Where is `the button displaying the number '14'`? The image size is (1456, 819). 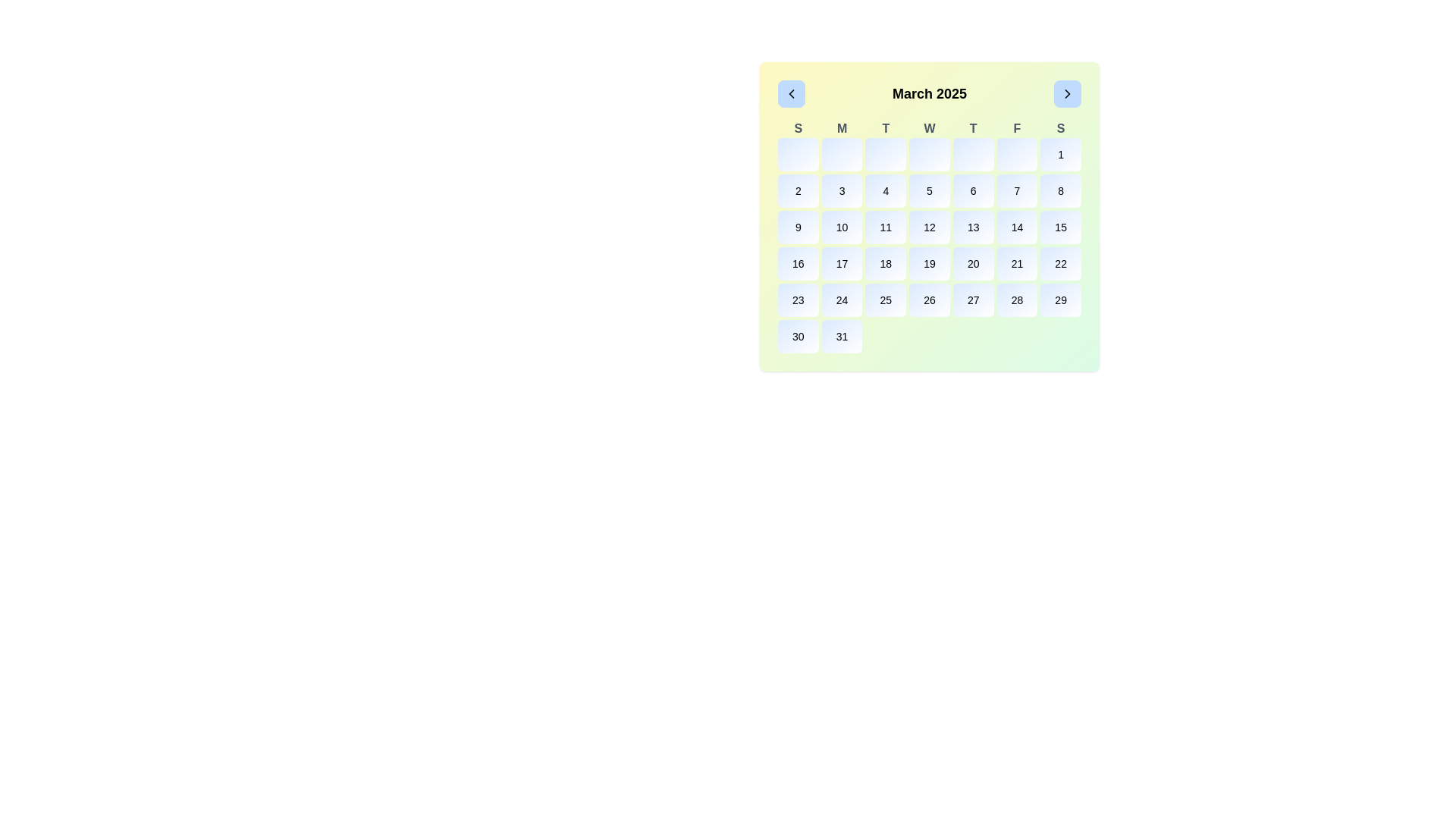
the button displaying the number '14' is located at coordinates (1017, 227).